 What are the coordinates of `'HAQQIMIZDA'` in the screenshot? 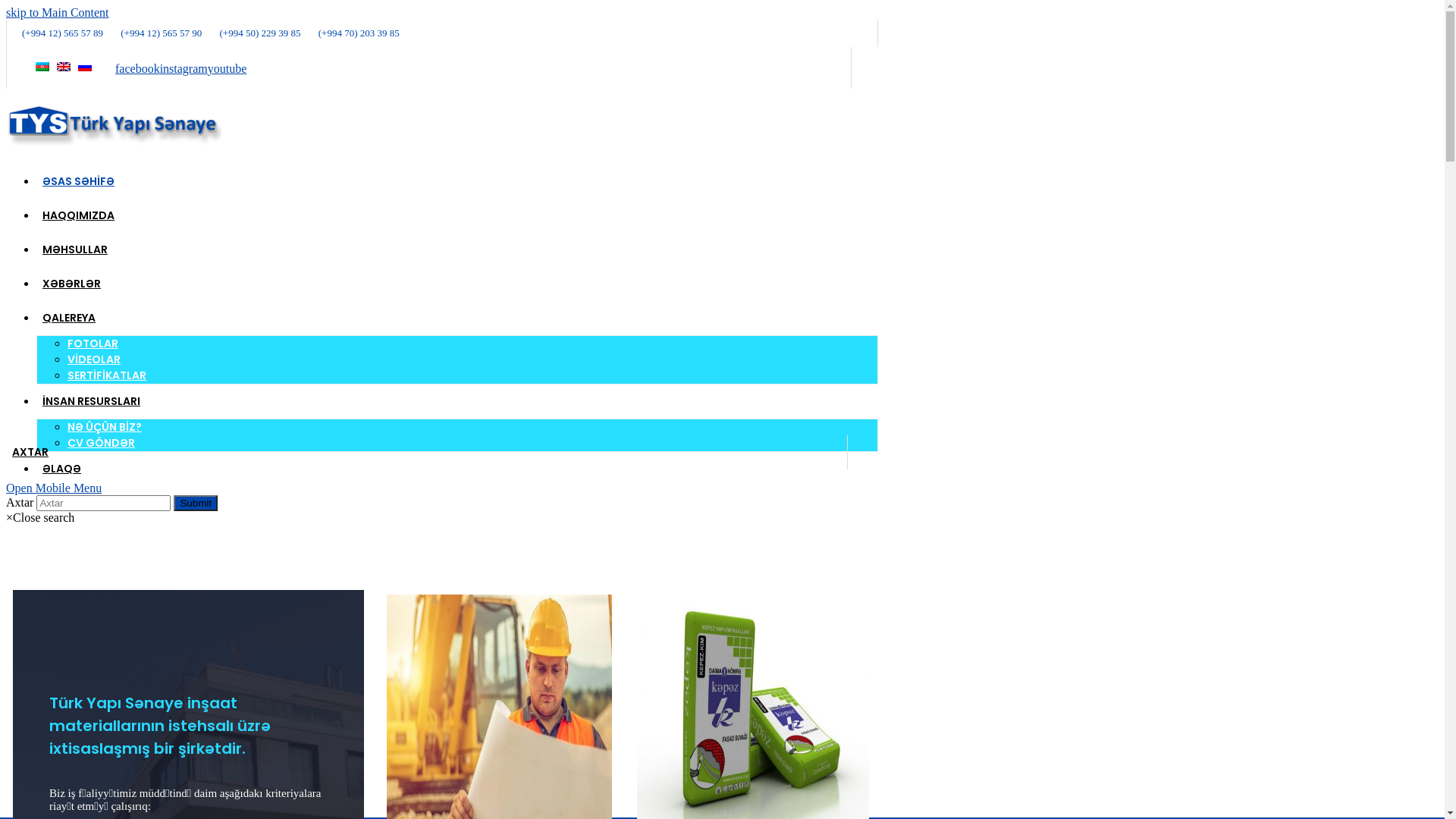 It's located at (77, 215).